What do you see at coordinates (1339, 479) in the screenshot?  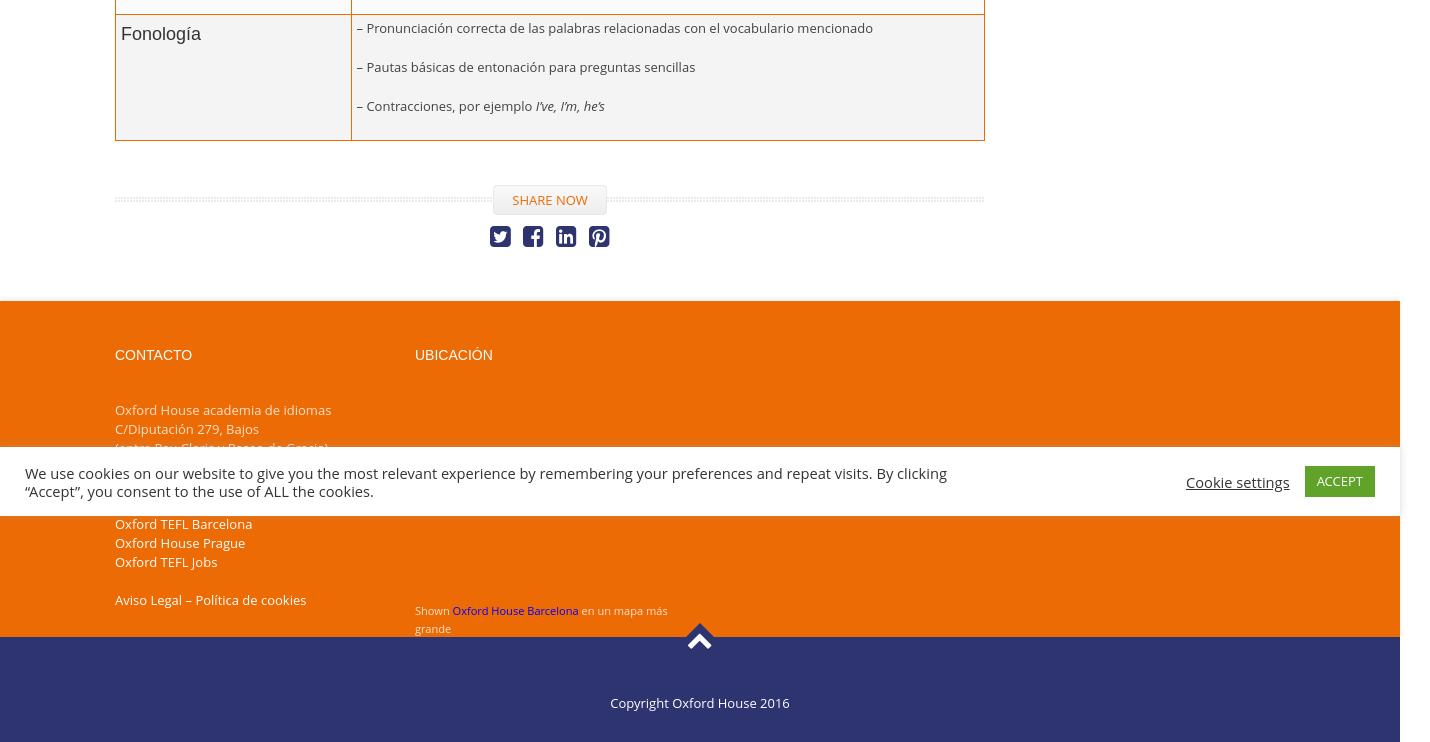 I see `'ACCEPT'` at bounding box center [1339, 479].